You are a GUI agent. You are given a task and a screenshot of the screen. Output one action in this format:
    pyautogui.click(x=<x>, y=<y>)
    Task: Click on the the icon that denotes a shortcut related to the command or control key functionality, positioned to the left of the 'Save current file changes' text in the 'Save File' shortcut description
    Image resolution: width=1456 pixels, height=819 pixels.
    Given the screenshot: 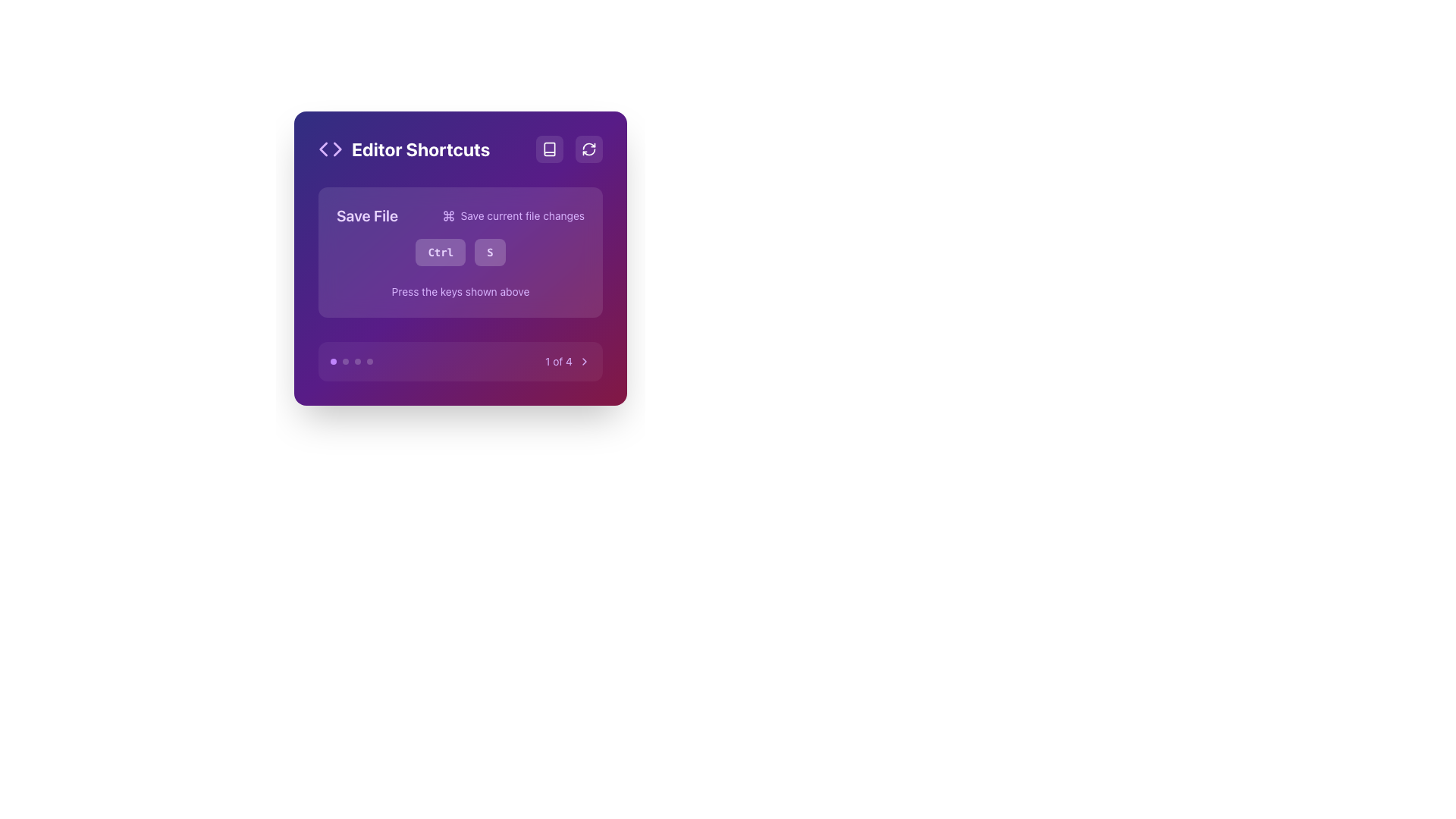 What is the action you would take?
    pyautogui.click(x=447, y=216)
    